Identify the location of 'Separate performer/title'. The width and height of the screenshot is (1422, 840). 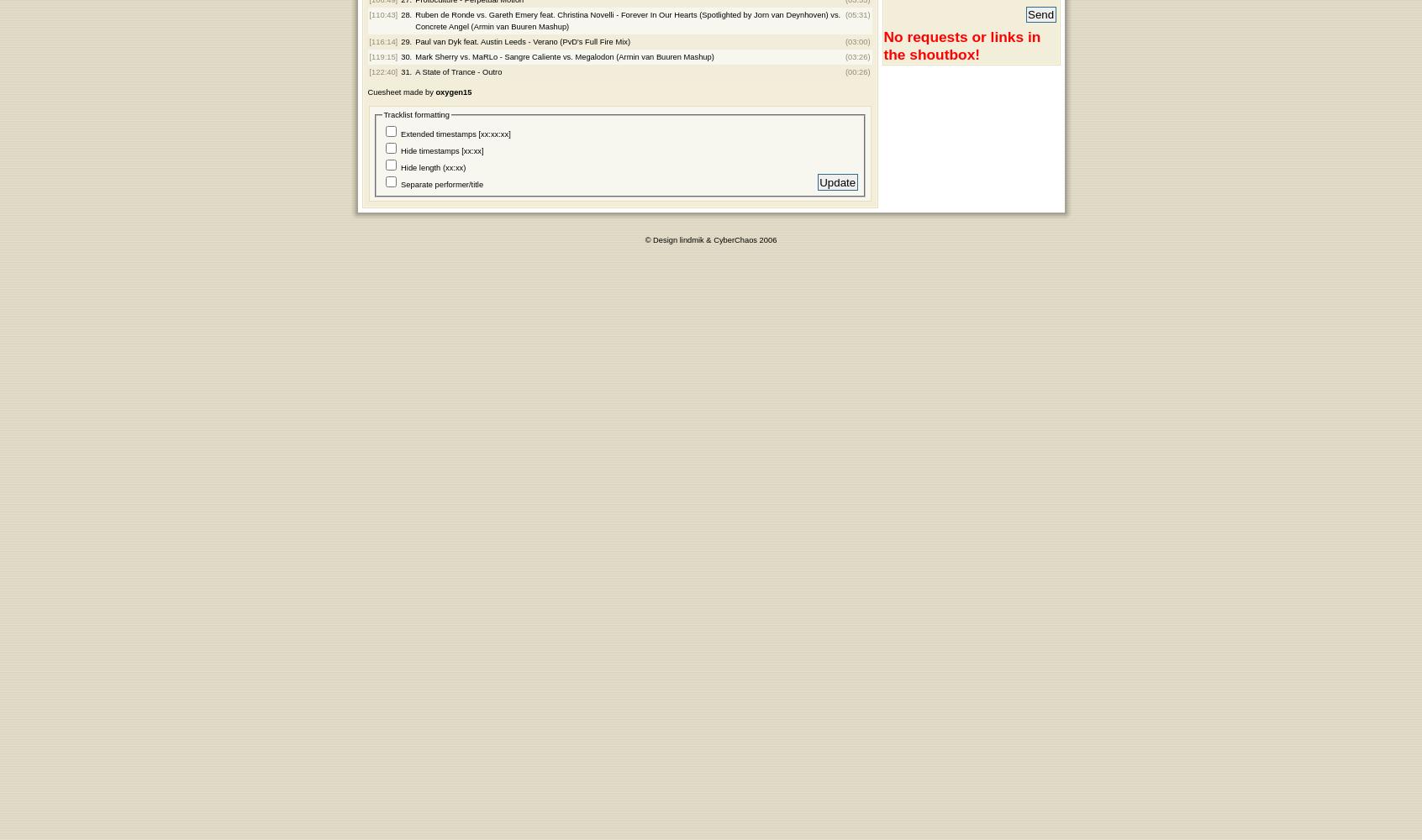
(442, 184).